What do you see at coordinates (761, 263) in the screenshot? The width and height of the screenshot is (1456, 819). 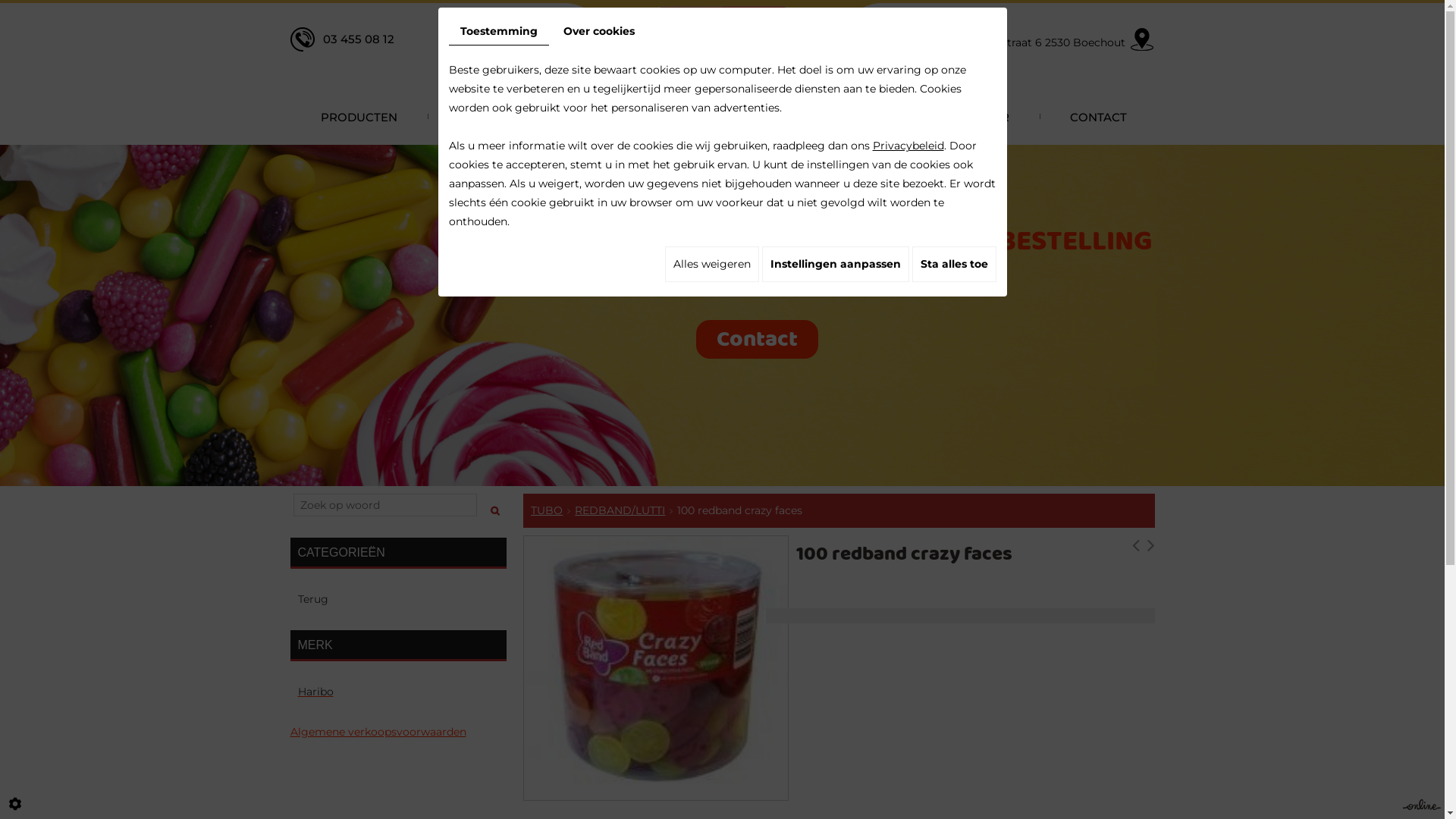 I see `'Instellingen aanpassen'` at bounding box center [761, 263].